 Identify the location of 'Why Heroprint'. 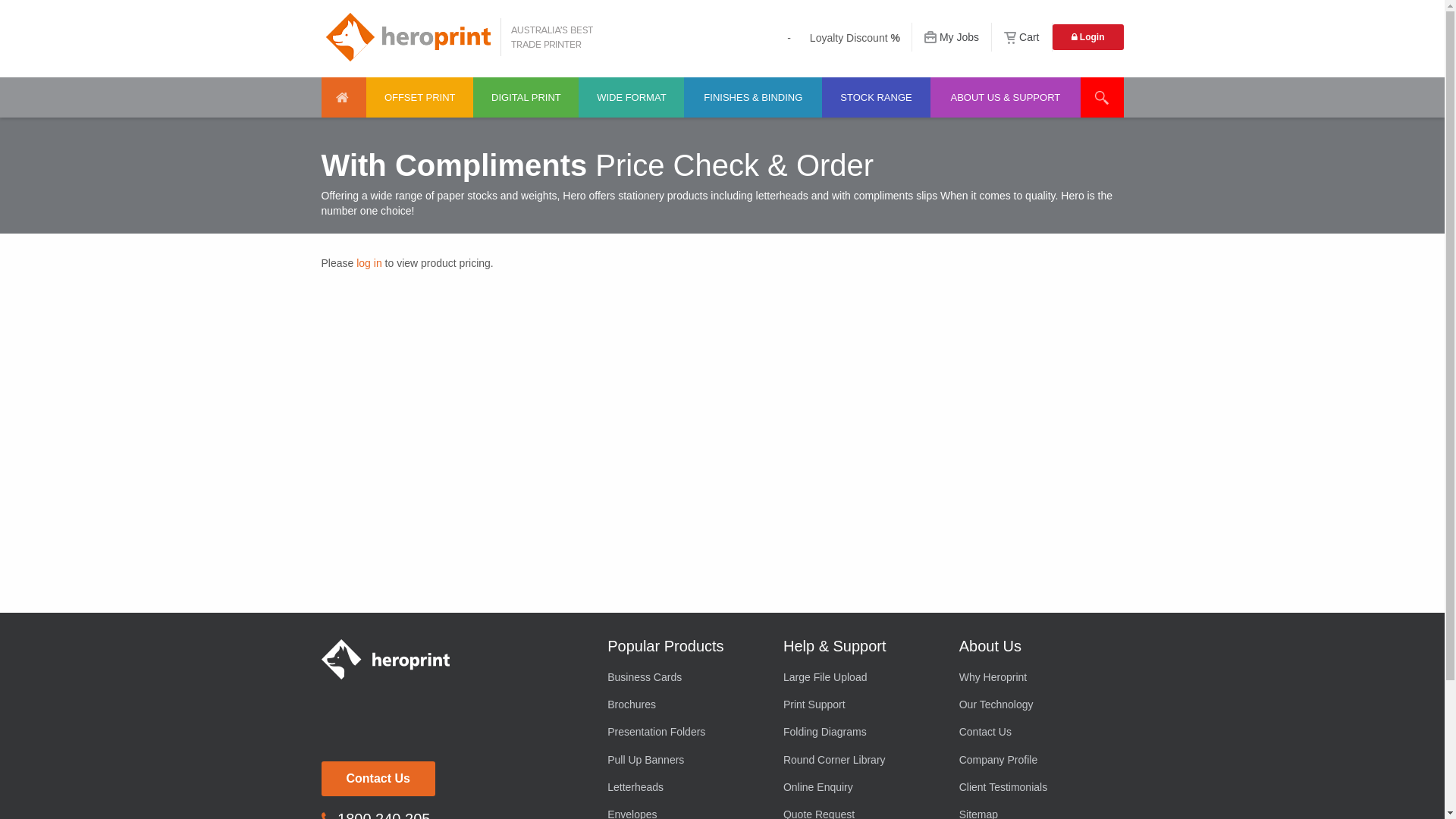
(1035, 675).